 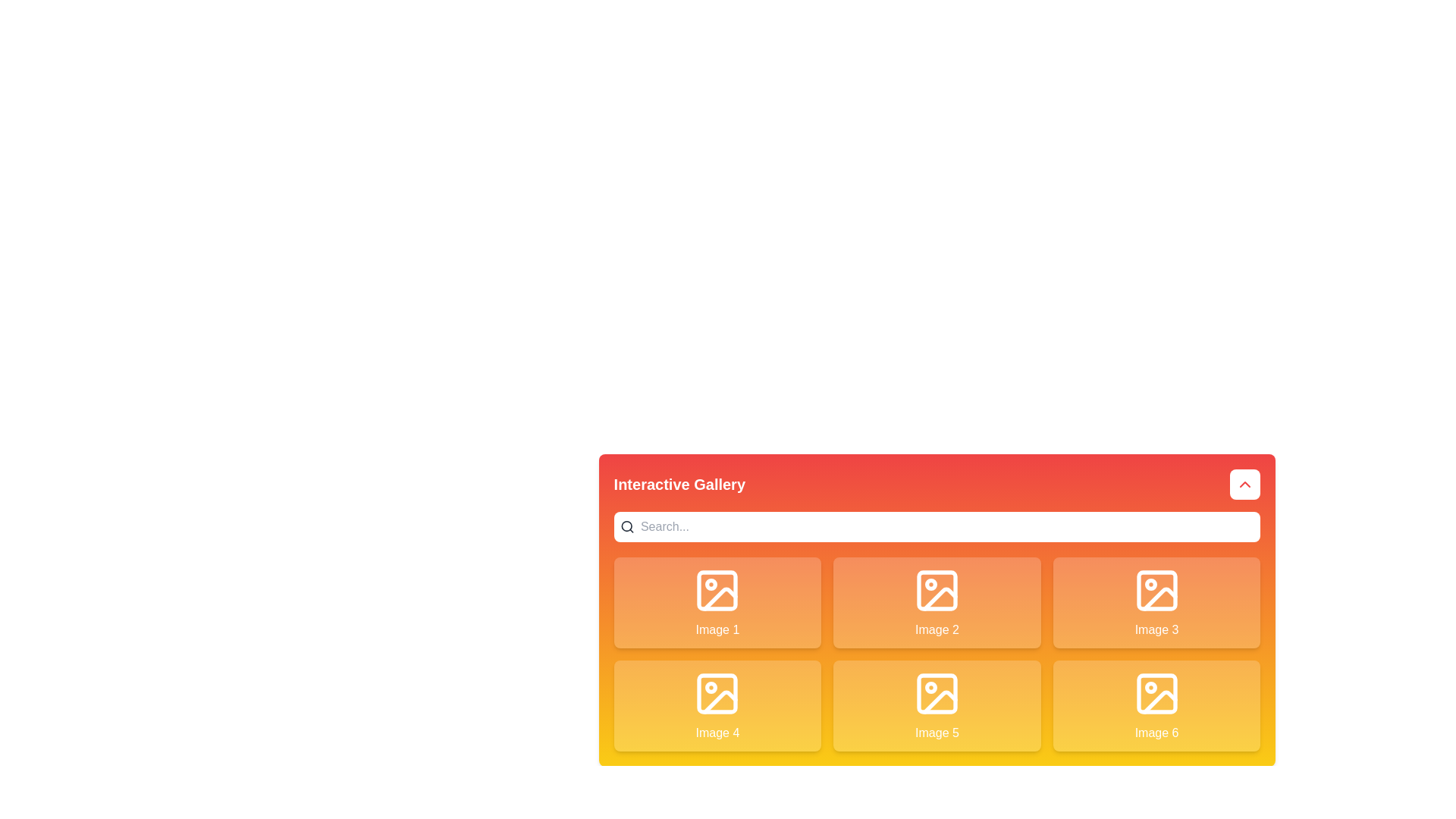 I want to click on text of the header titled 'Interactive Gallery', which is a bold white text on a red gradient background, positioned at the top left of the interface, so click(x=679, y=485).